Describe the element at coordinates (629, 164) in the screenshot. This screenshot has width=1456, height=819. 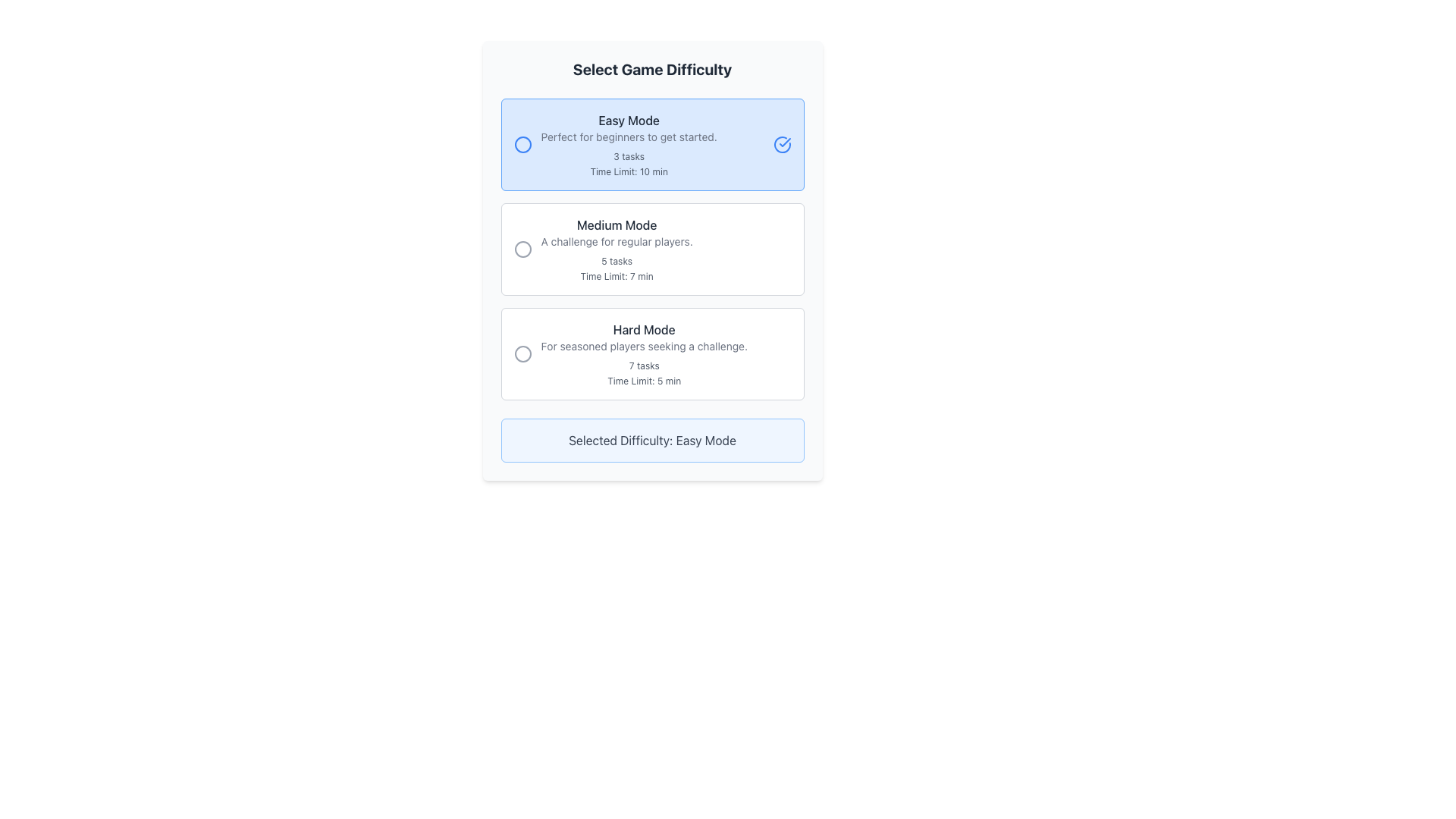
I see `the Text Block located in the blue-highlighted section labeled 'Easy Mode', below the description 'Perfect for beginners to get started'` at that location.